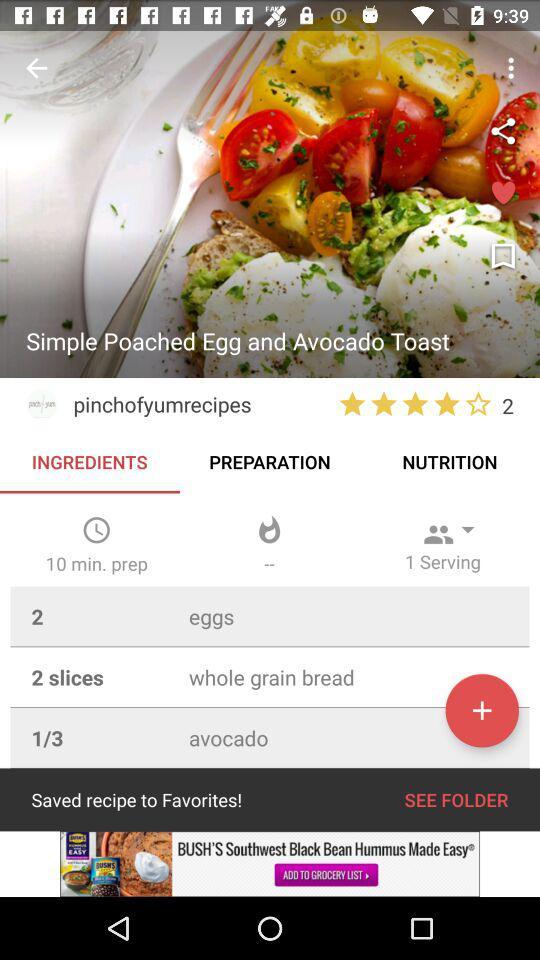  Describe the element at coordinates (481, 710) in the screenshot. I see `to favorites` at that location.